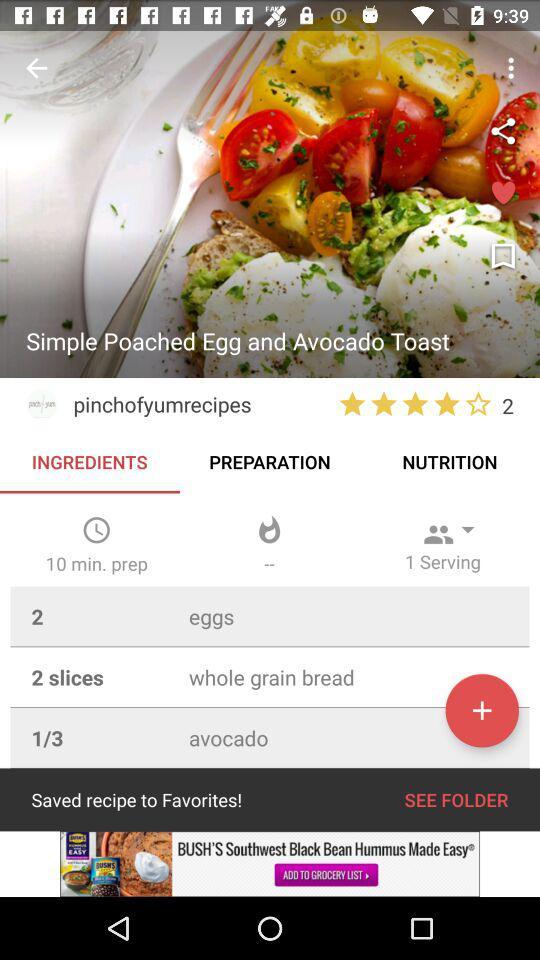  Describe the element at coordinates (481, 710) in the screenshot. I see `to favorites` at that location.